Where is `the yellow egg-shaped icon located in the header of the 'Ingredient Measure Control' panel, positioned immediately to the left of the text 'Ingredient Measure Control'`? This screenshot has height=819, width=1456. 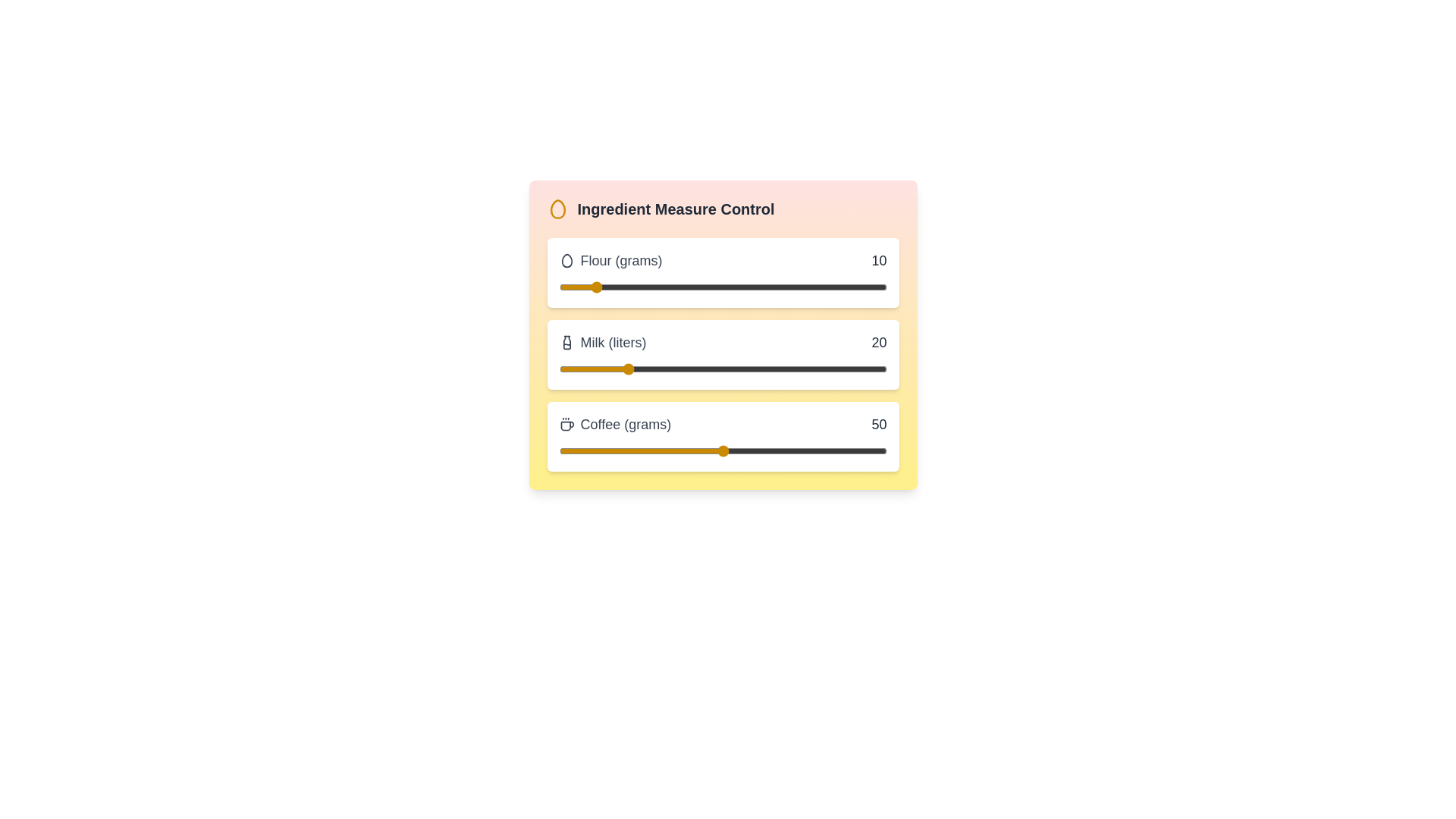 the yellow egg-shaped icon located in the header of the 'Ingredient Measure Control' panel, positioned immediately to the left of the text 'Ingredient Measure Control' is located at coordinates (557, 209).